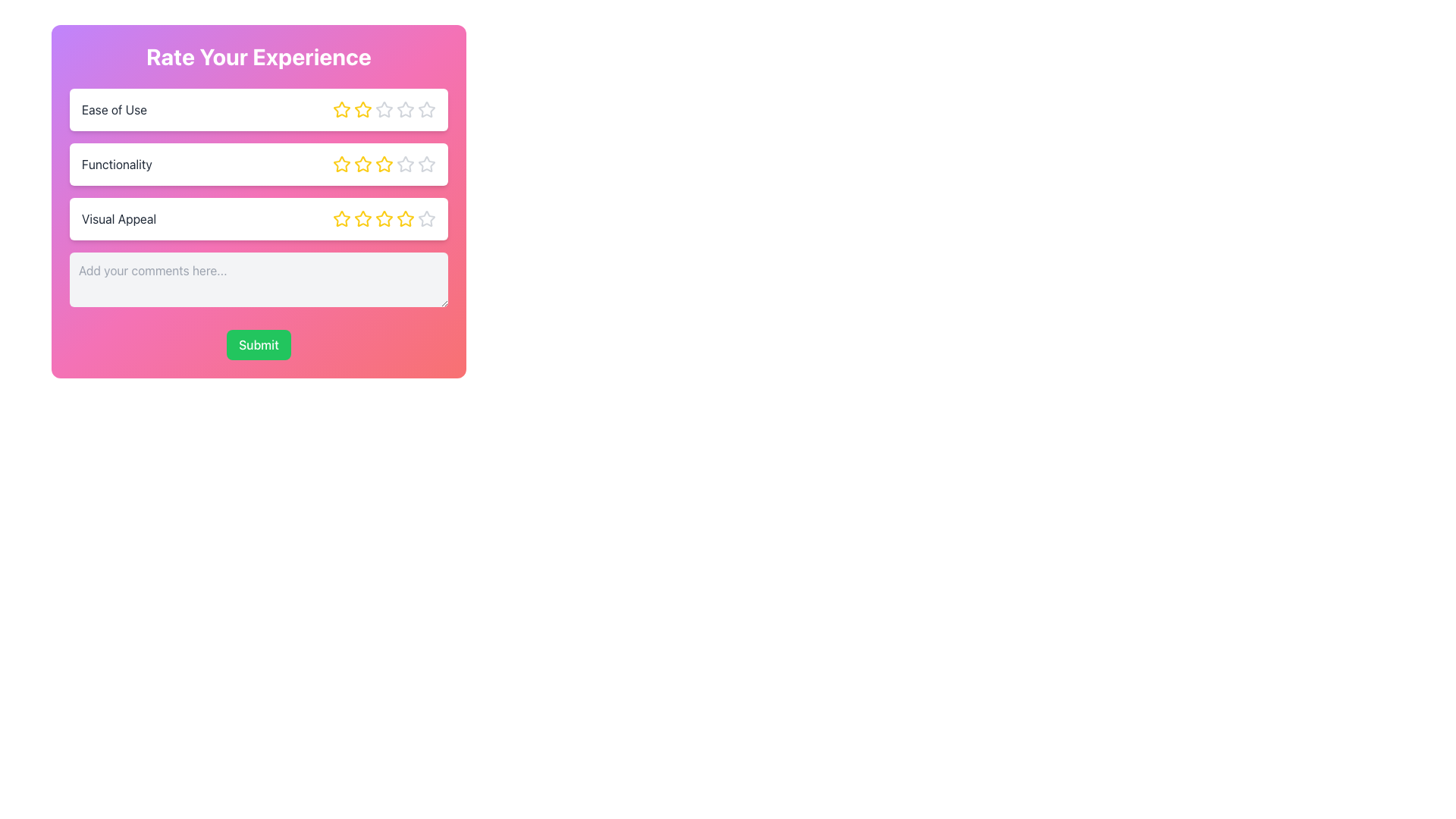 The width and height of the screenshot is (1456, 819). What do you see at coordinates (425, 109) in the screenshot?
I see `the fifth star-shaped icon in the 'Ease of Use' rating row` at bounding box center [425, 109].